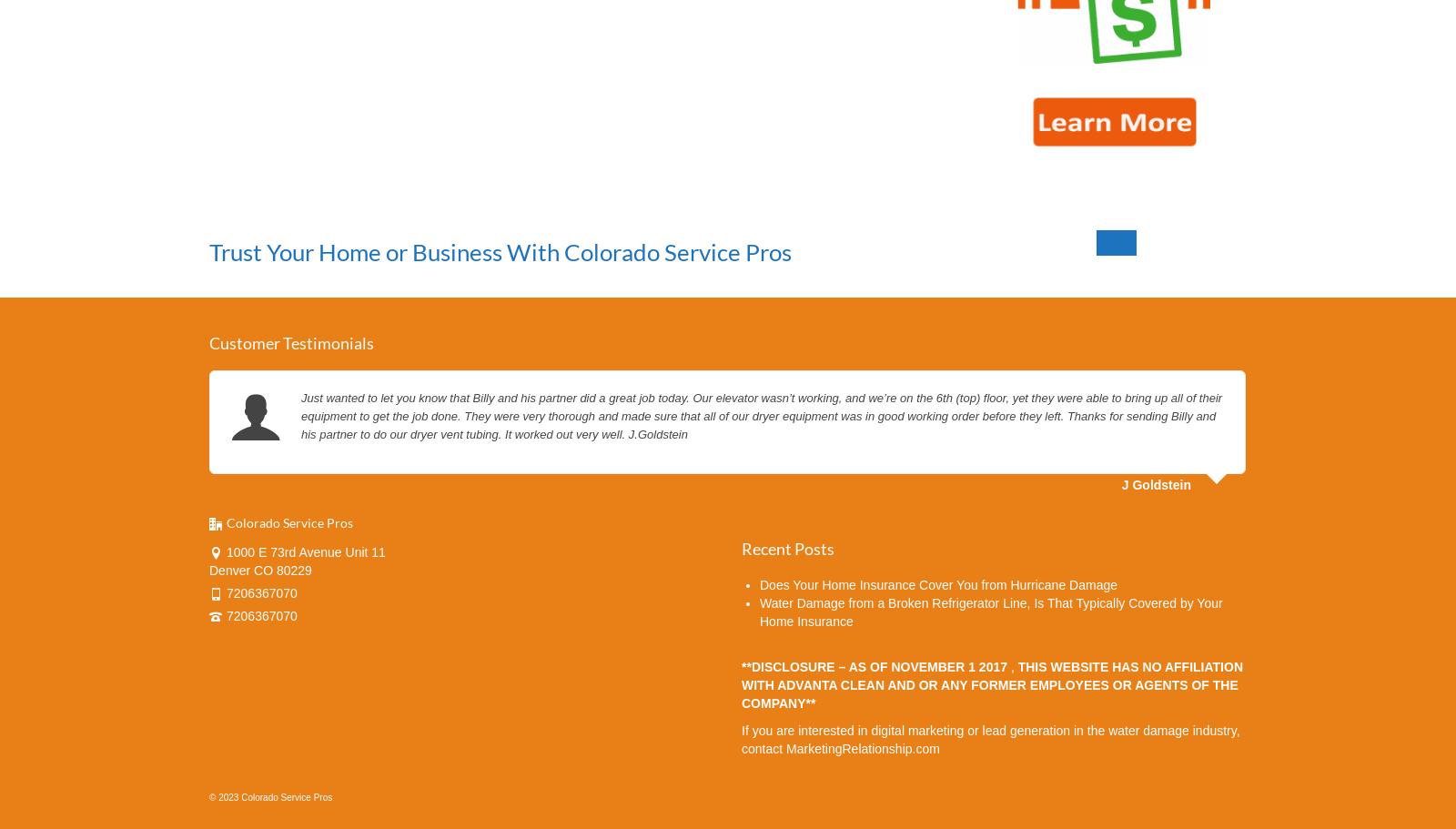 This screenshot has height=829, width=1456. Describe the element at coordinates (289, 521) in the screenshot. I see `'Colorado Service Pros'` at that location.